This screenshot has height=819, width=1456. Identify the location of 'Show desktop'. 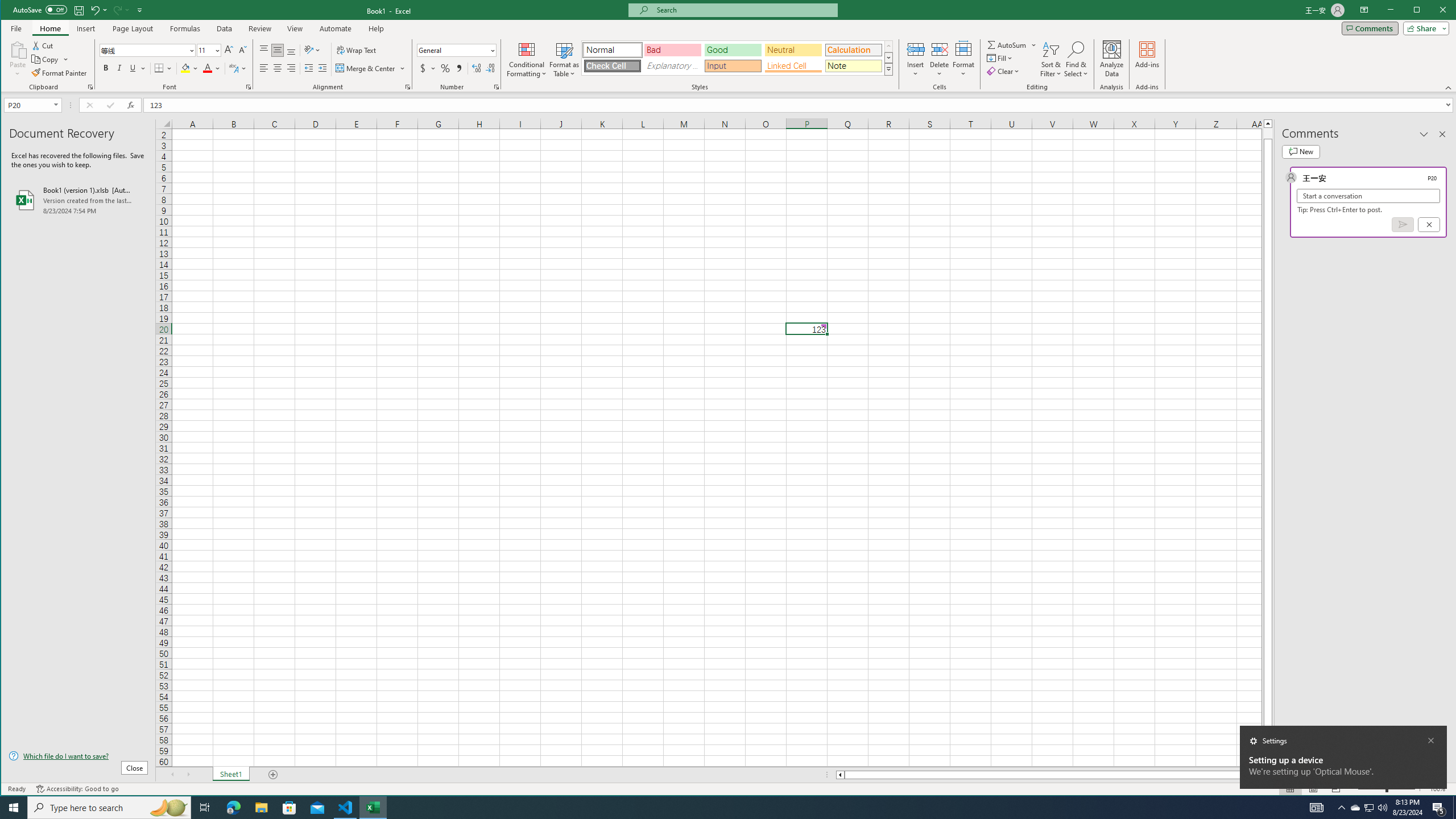
(1454, 806).